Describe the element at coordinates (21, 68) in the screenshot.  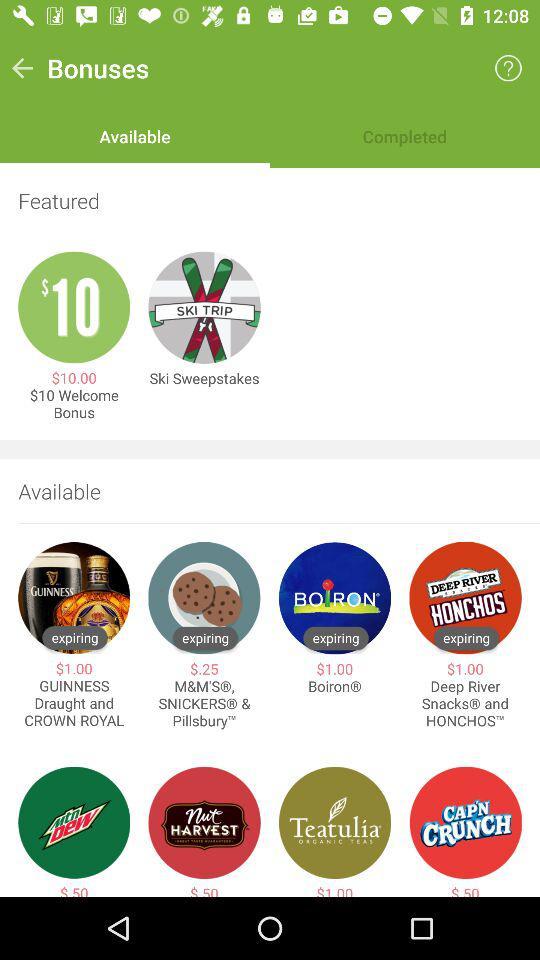
I see `the icon to the left of the bonuses icon` at that location.